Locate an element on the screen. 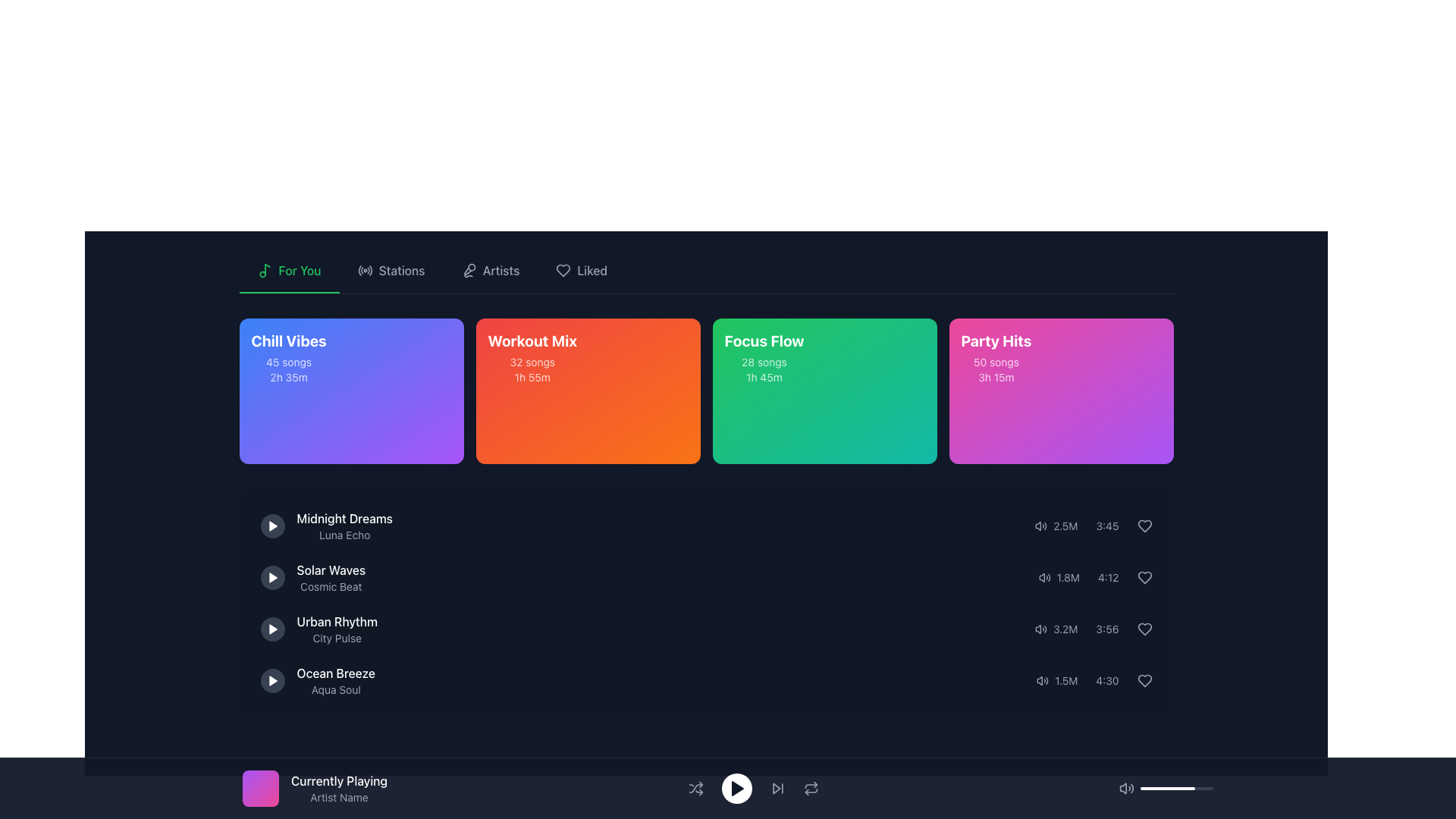  the volume is located at coordinates (1145, 788).